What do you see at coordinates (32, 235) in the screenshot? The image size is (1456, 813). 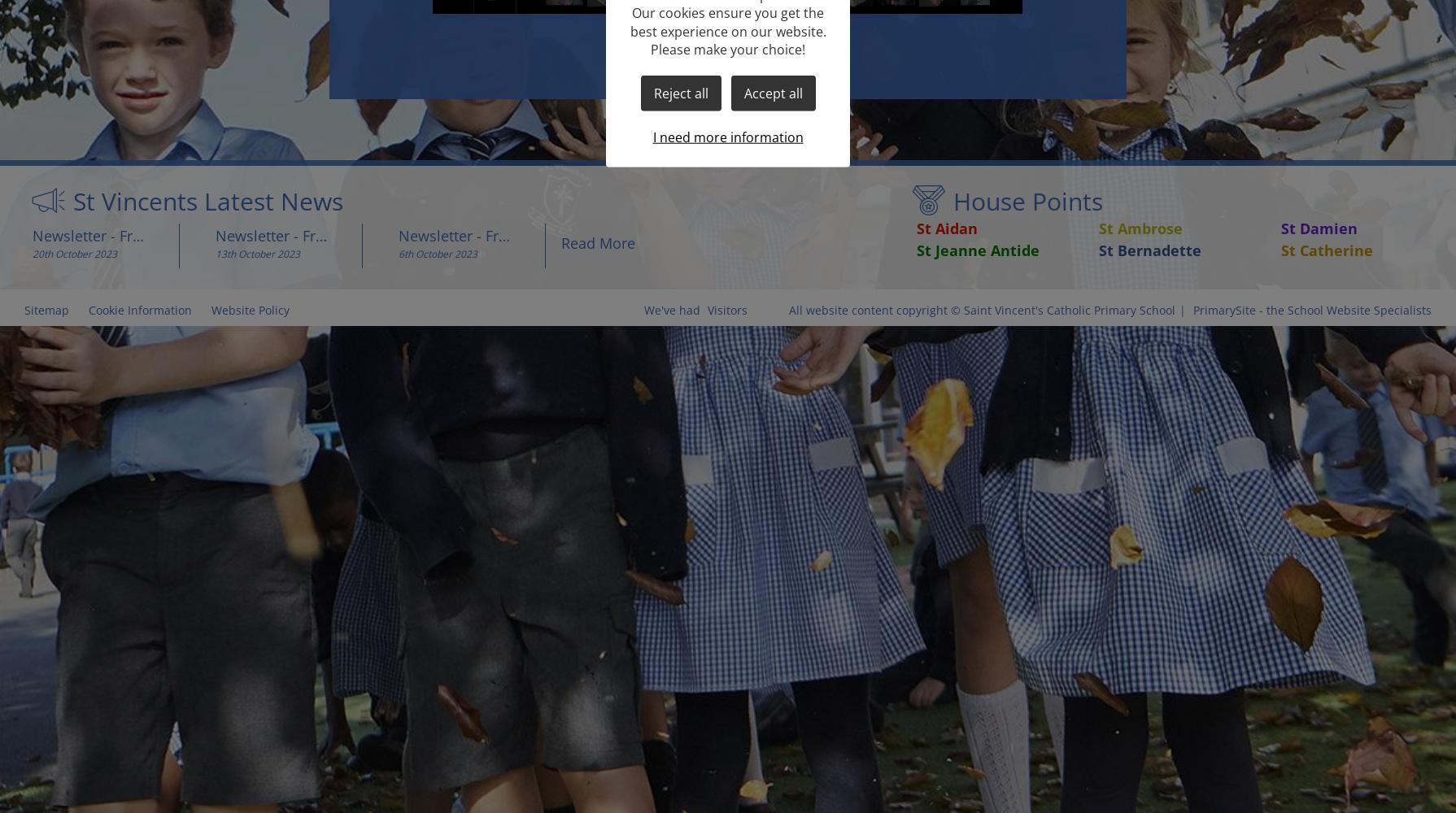 I see `'Newsletter - Friday 20th October 2023'` at bounding box center [32, 235].